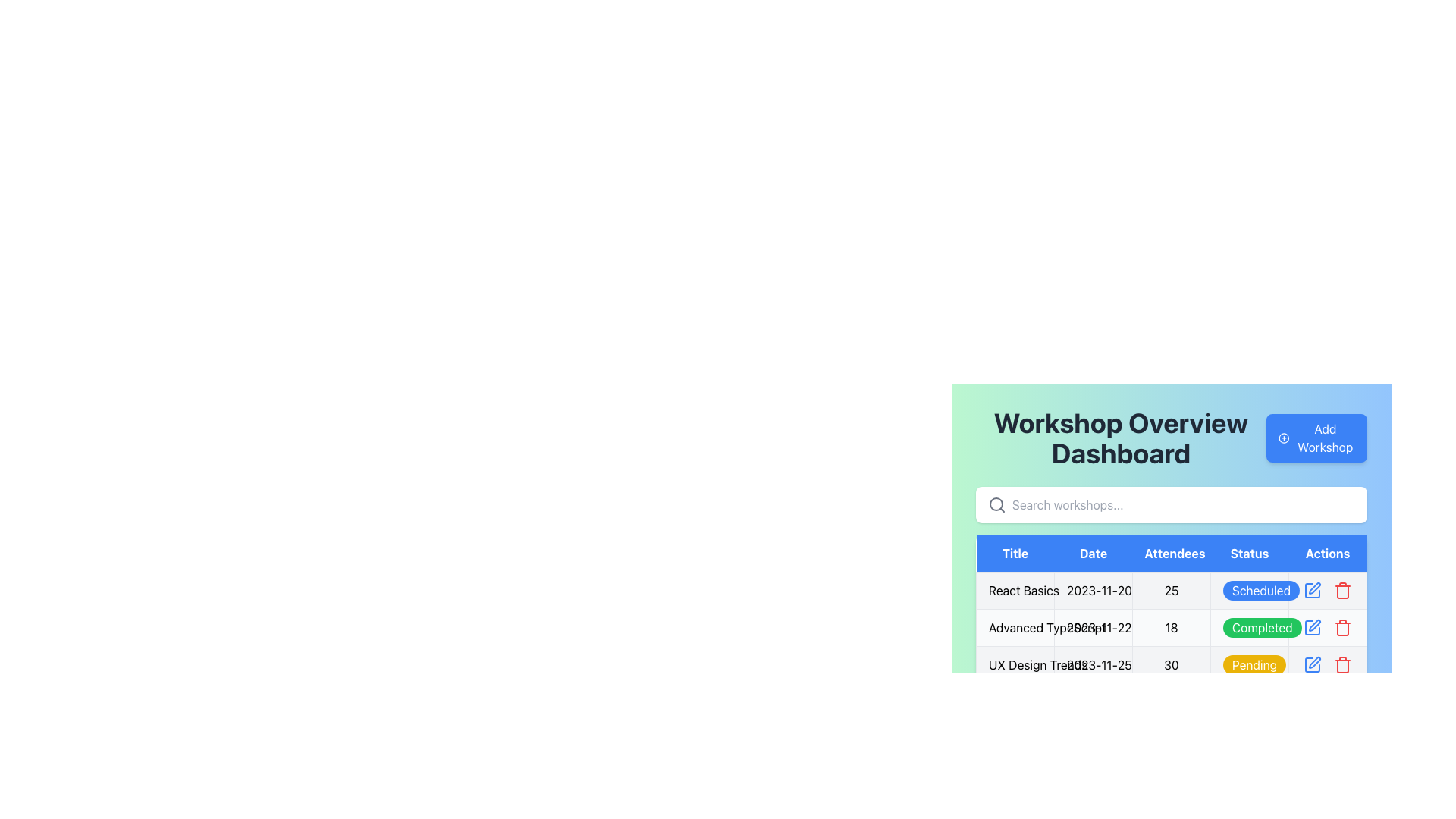  What do you see at coordinates (1249, 664) in the screenshot?
I see `the 'Pending' status label in the third row of the workshop status table, which indicates the current status of the associated workshop` at bounding box center [1249, 664].